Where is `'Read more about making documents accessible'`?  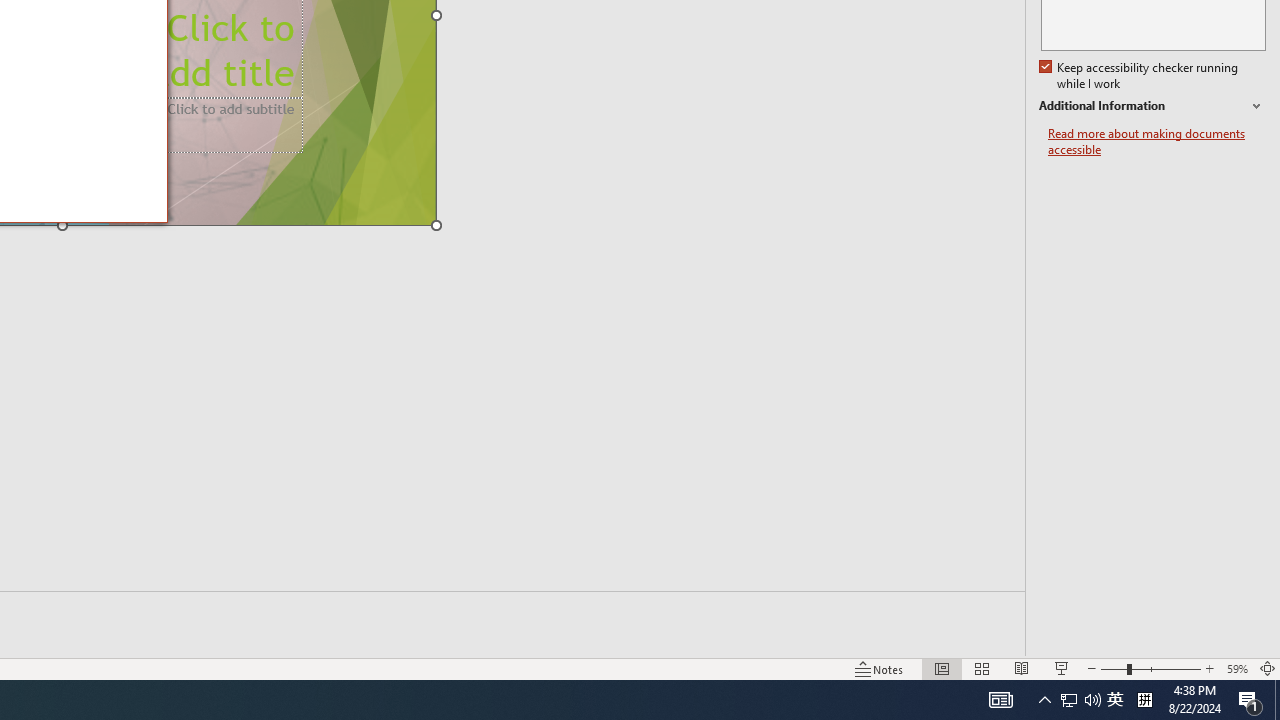
'Read more about making documents accessible' is located at coordinates (1157, 141).